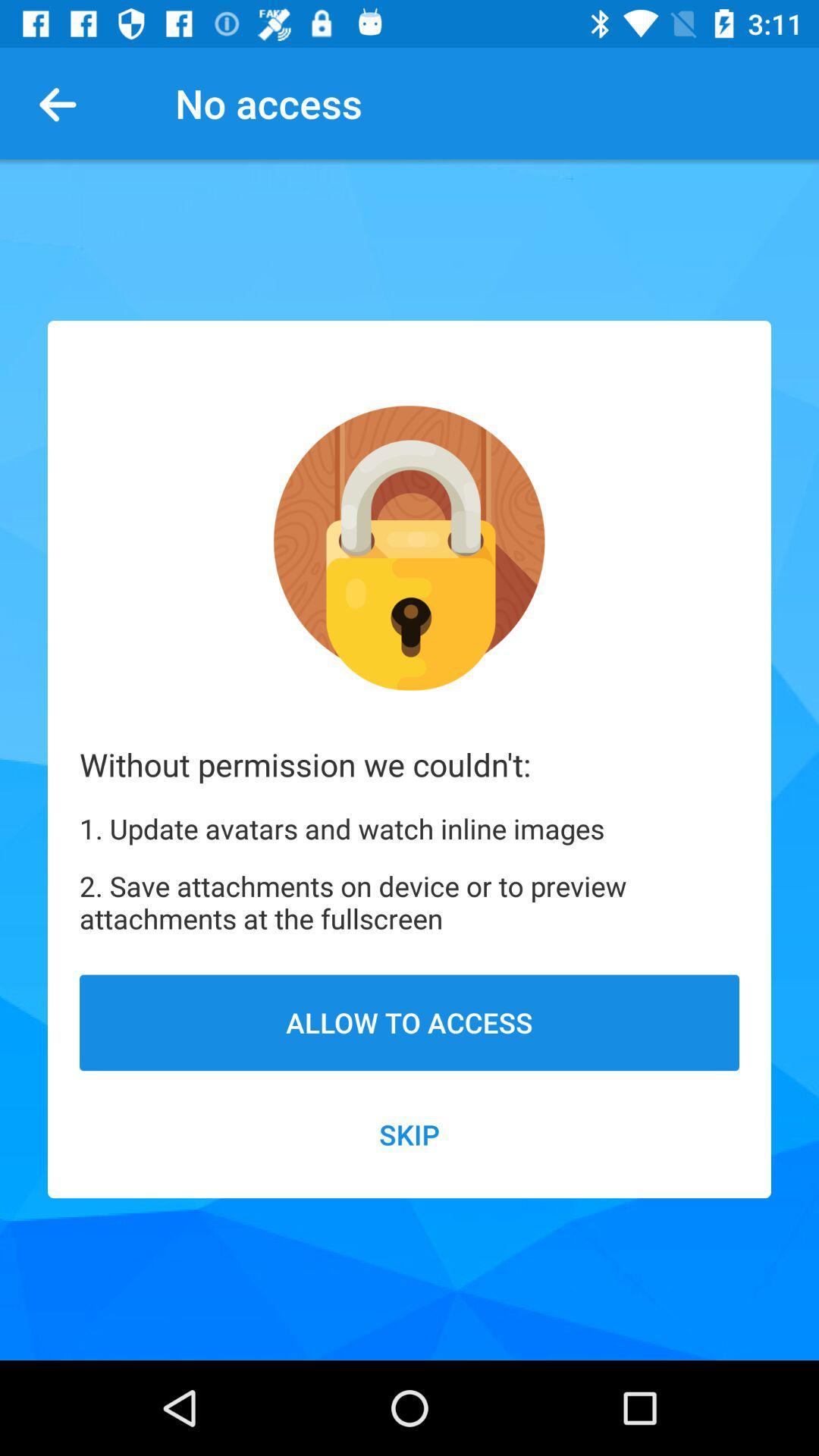 The width and height of the screenshot is (819, 1456). What do you see at coordinates (409, 1022) in the screenshot?
I see `allow to access` at bounding box center [409, 1022].